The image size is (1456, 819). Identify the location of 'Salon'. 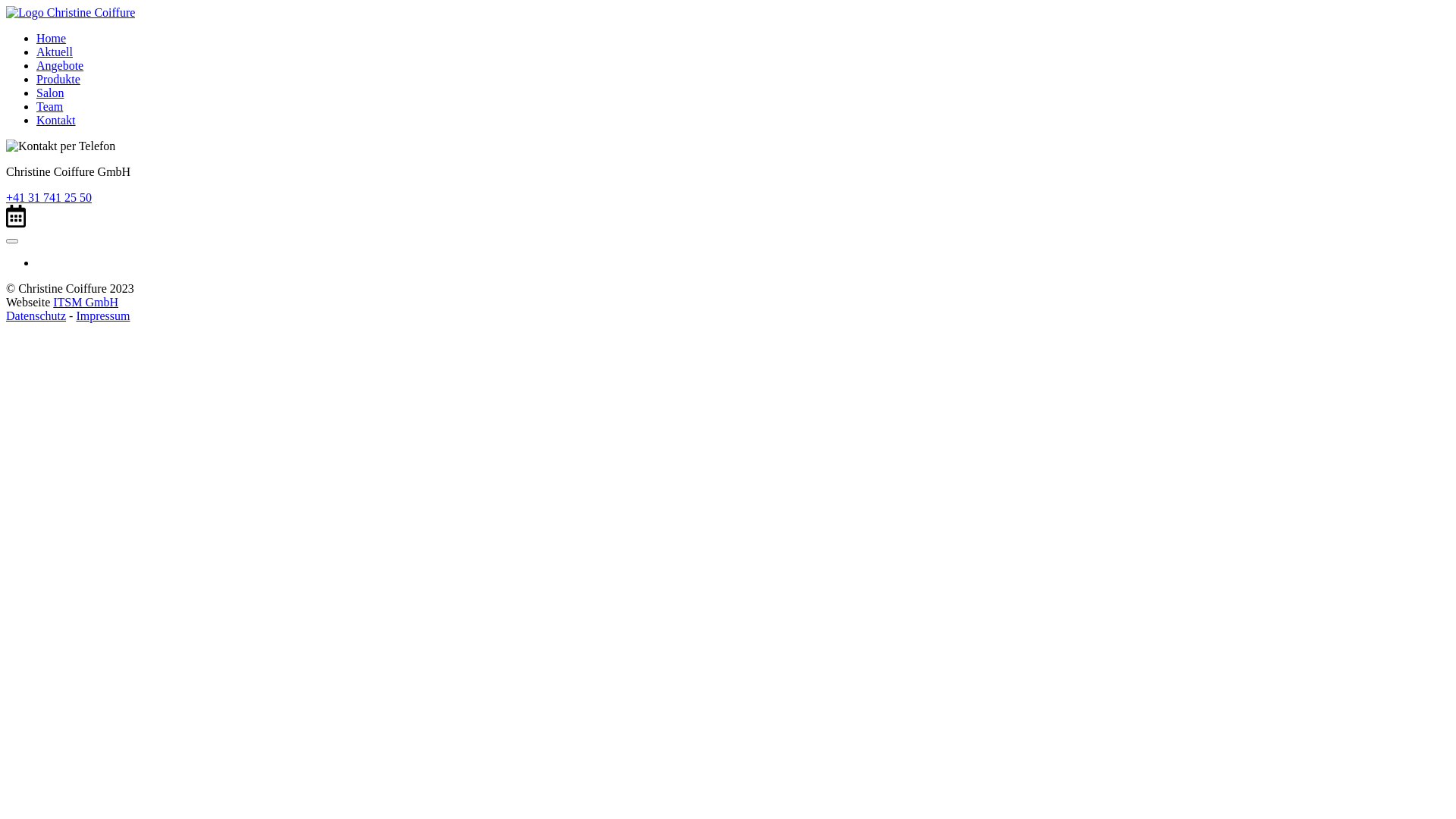
(50, 93).